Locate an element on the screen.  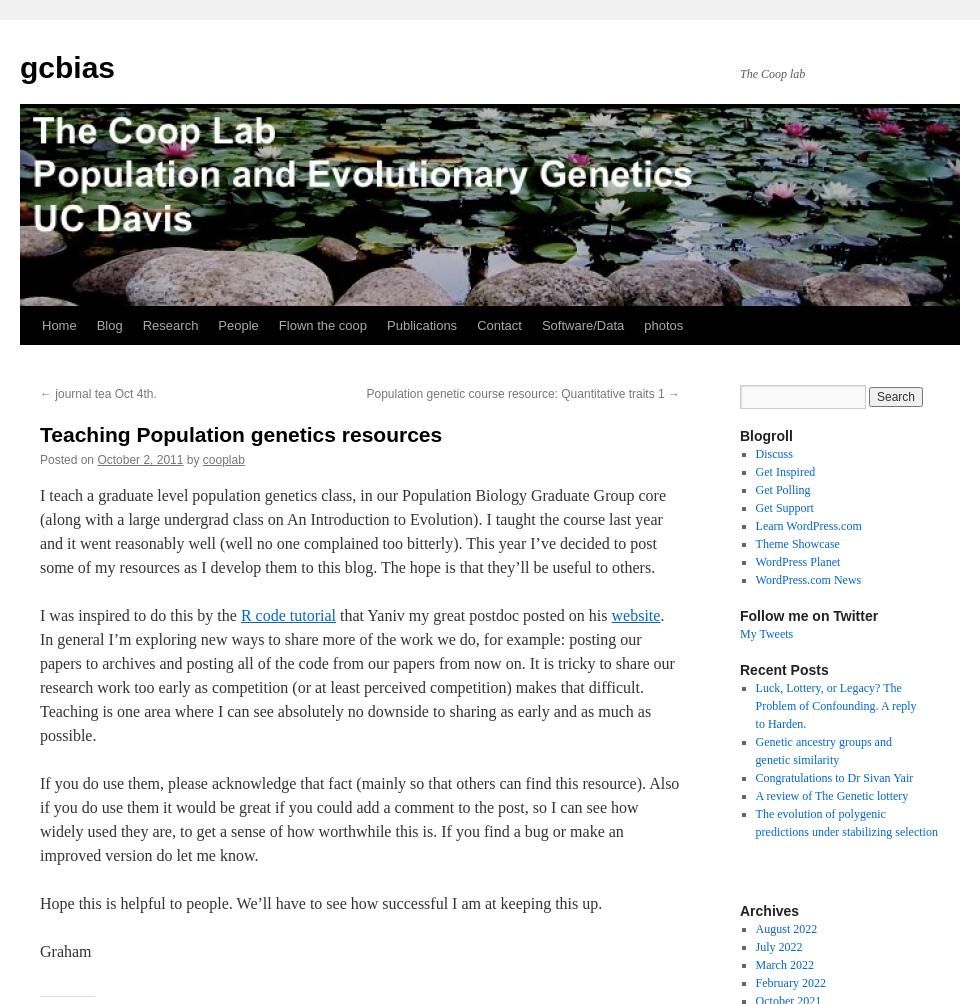
'Theme Showcase' is located at coordinates (754, 543).